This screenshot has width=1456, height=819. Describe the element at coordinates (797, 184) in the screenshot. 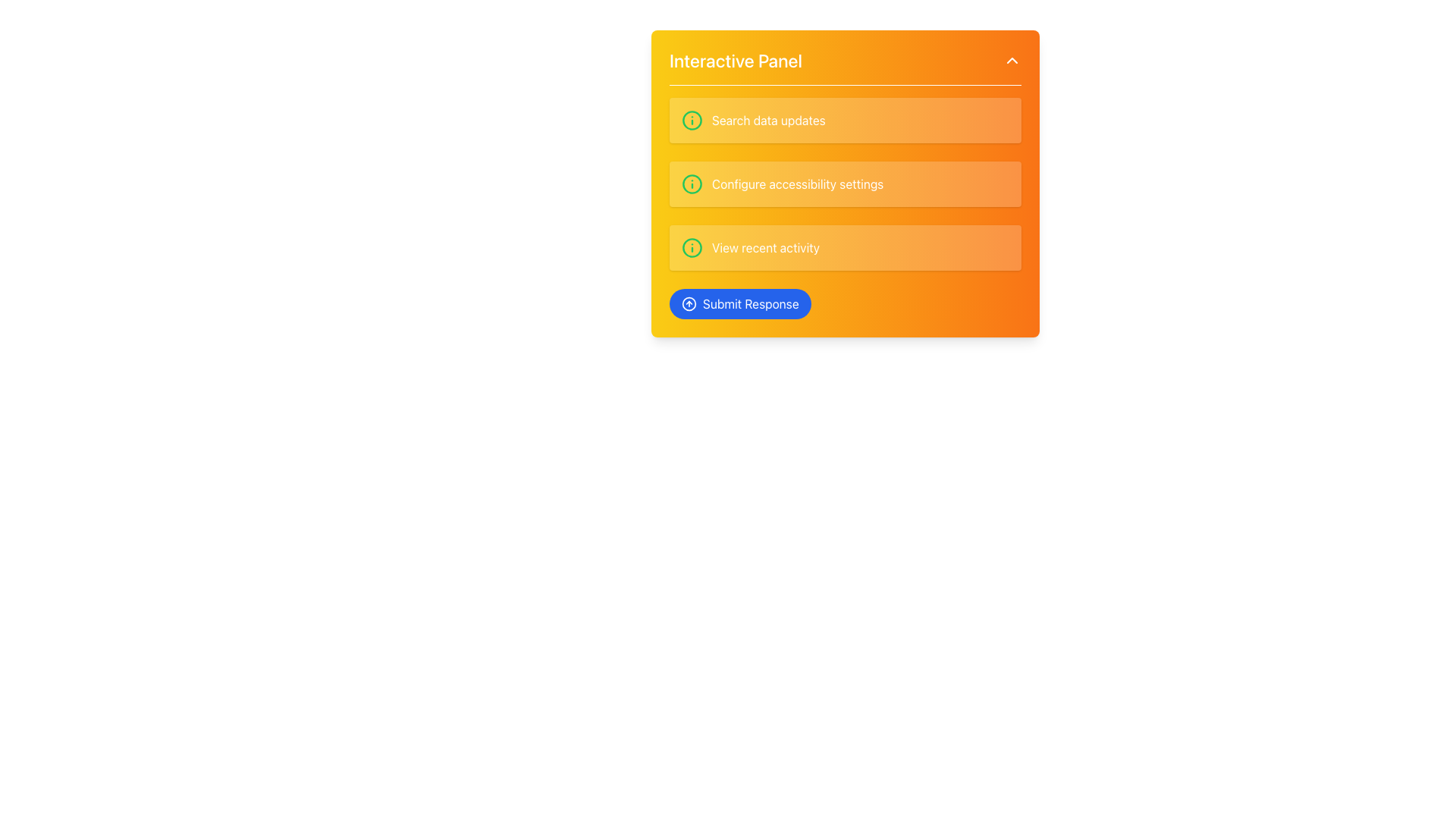

I see `the accessibility settings text label located in the middle of the vertical stack in the 'Interactive Panel' section` at that location.